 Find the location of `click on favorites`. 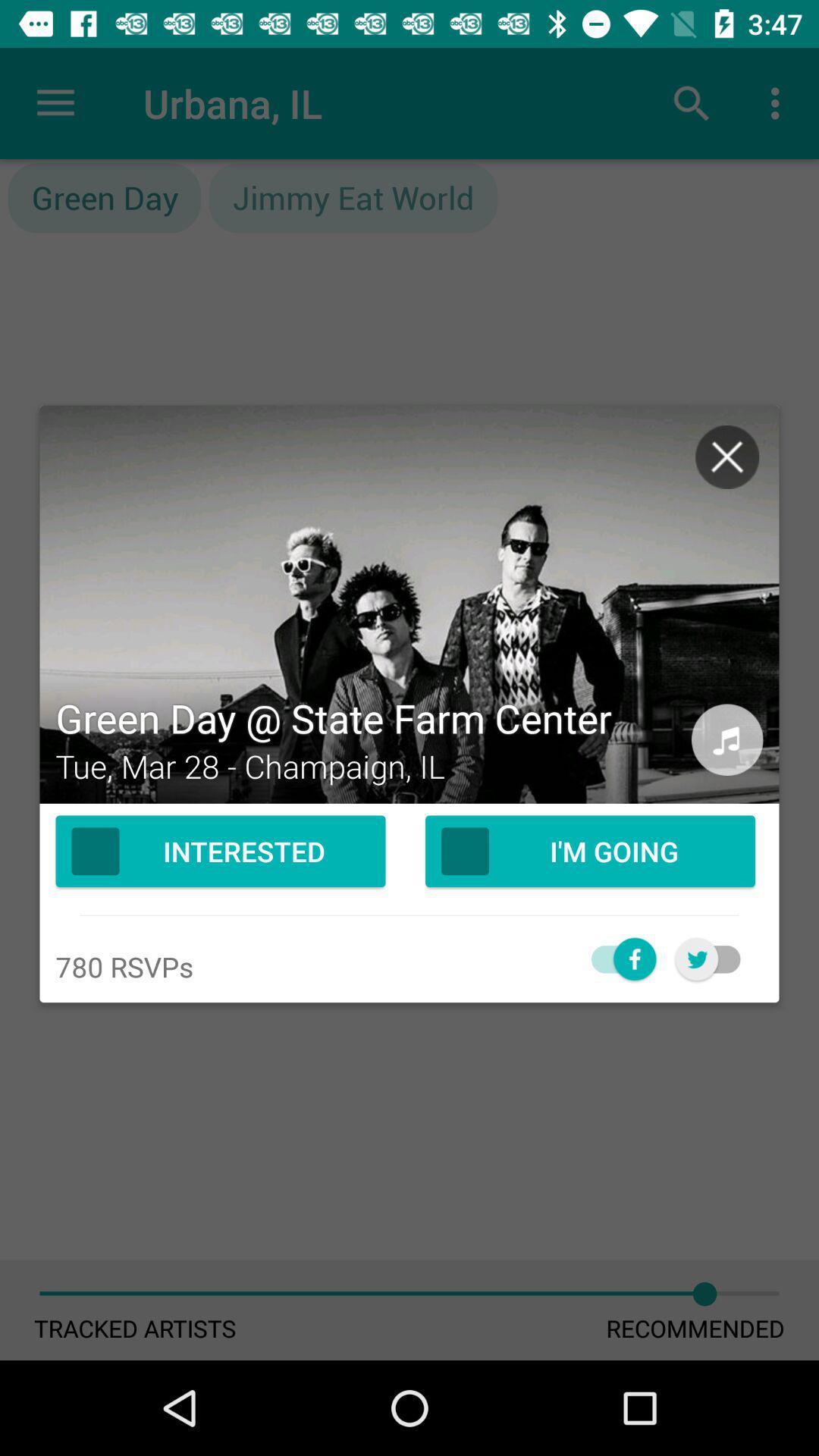

click on favorites is located at coordinates (717, 958).